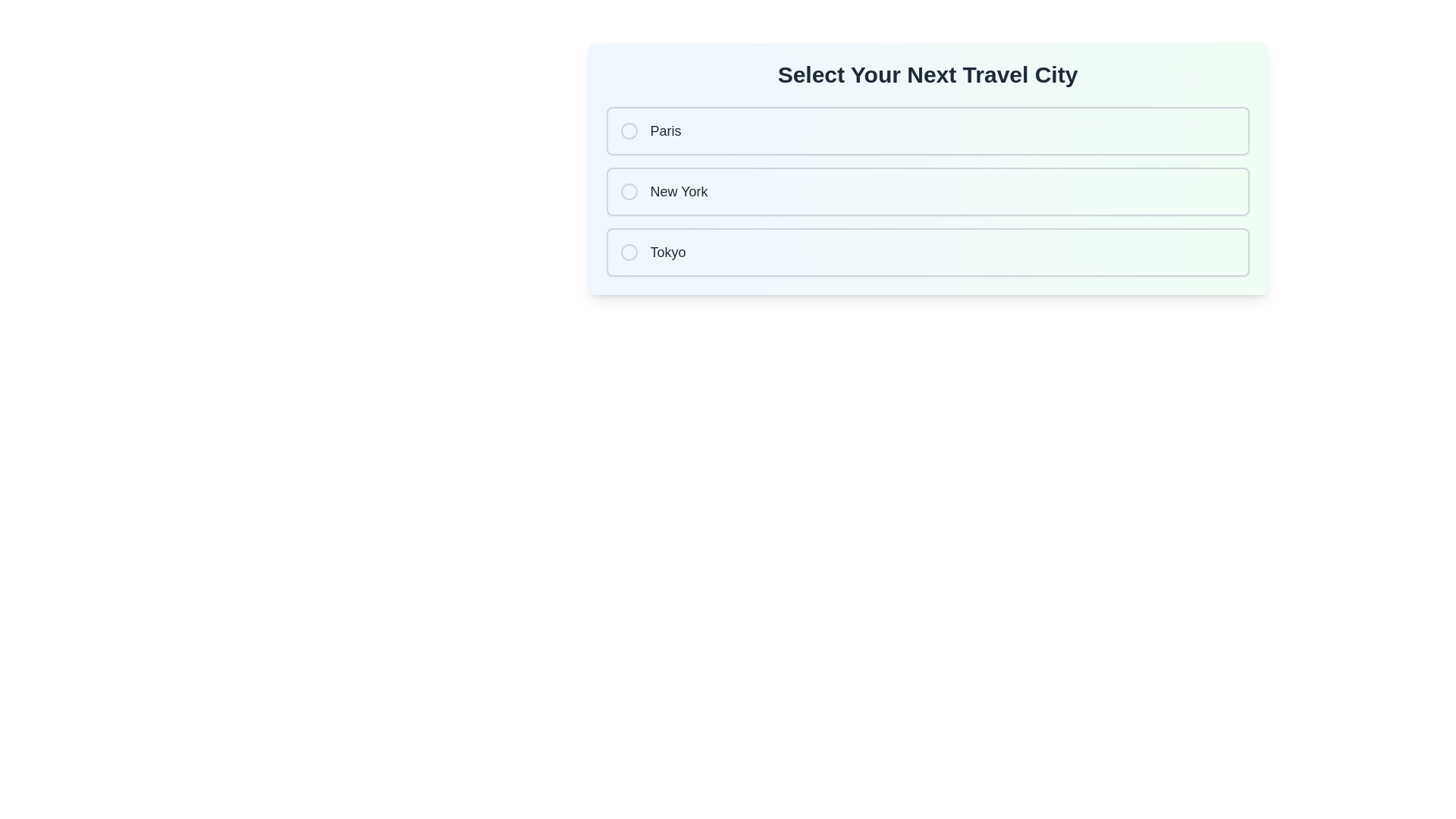 The width and height of the screenshot is (1456, 819). What do you see at coordinates (629, 191) in the screenshot?
I see `the radio button located to the left of the 'New York' label` at bounding box center [629, 191].